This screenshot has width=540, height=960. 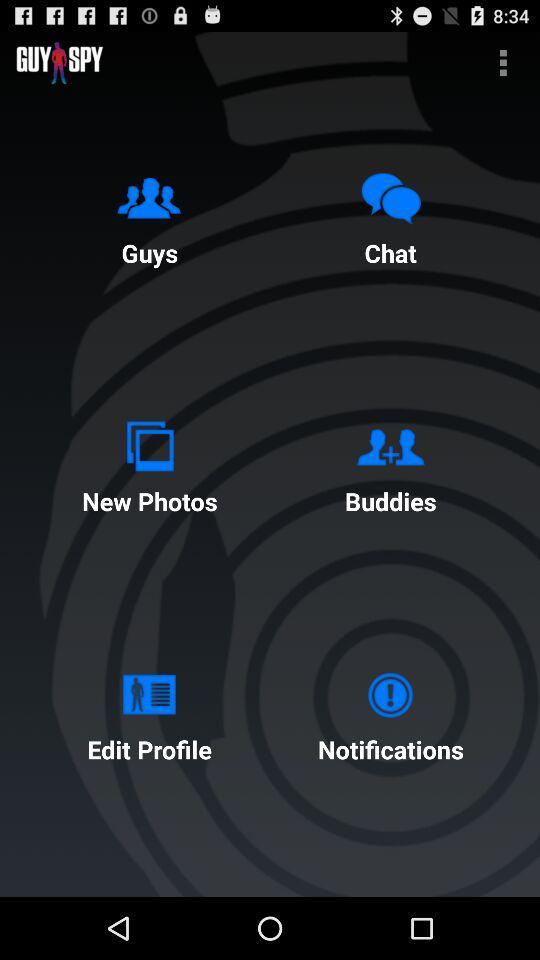 I want to click on the icon next to chat button, so click(x=148, y=215).